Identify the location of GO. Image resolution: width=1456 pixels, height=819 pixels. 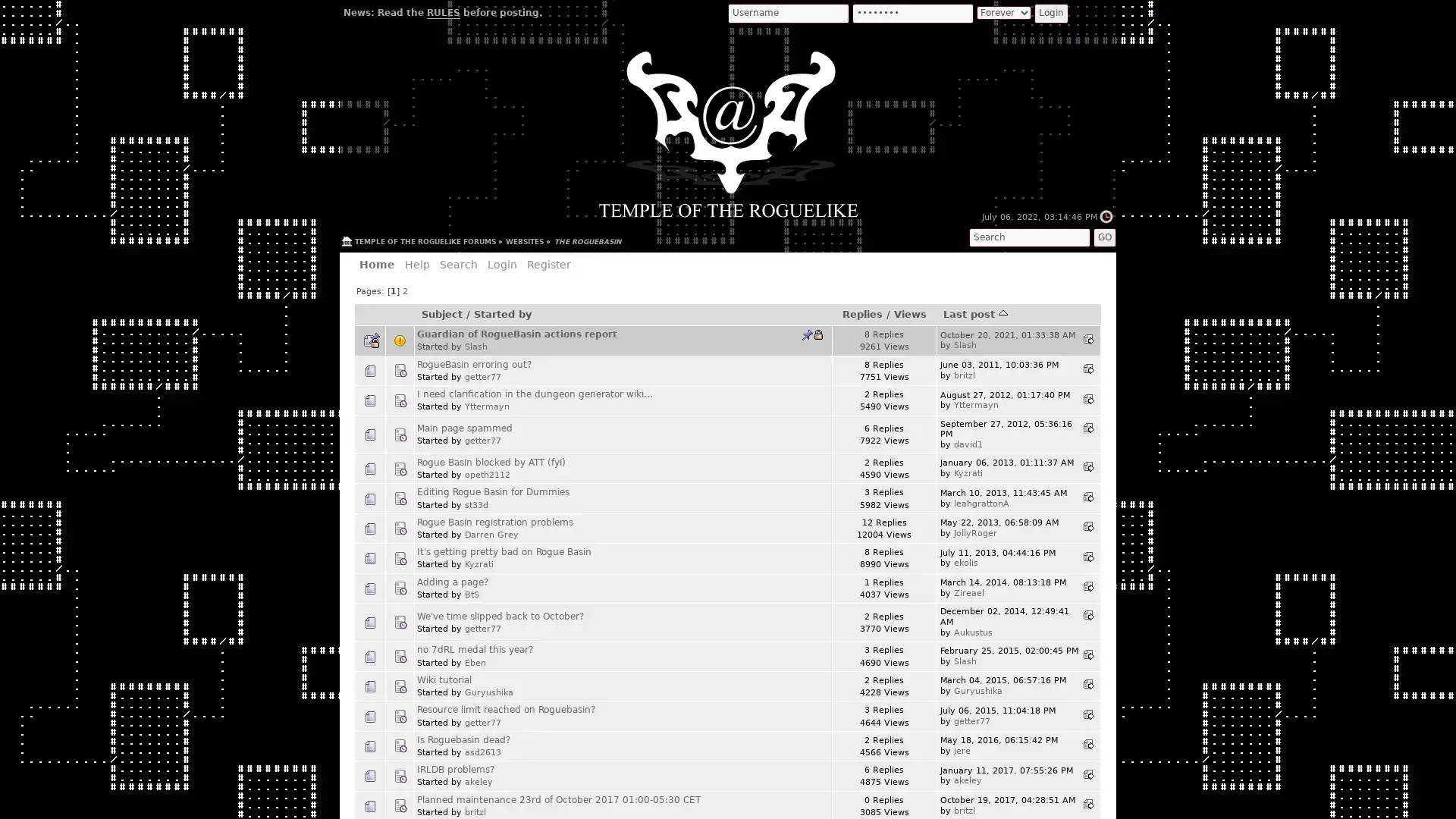
(1105, 237).